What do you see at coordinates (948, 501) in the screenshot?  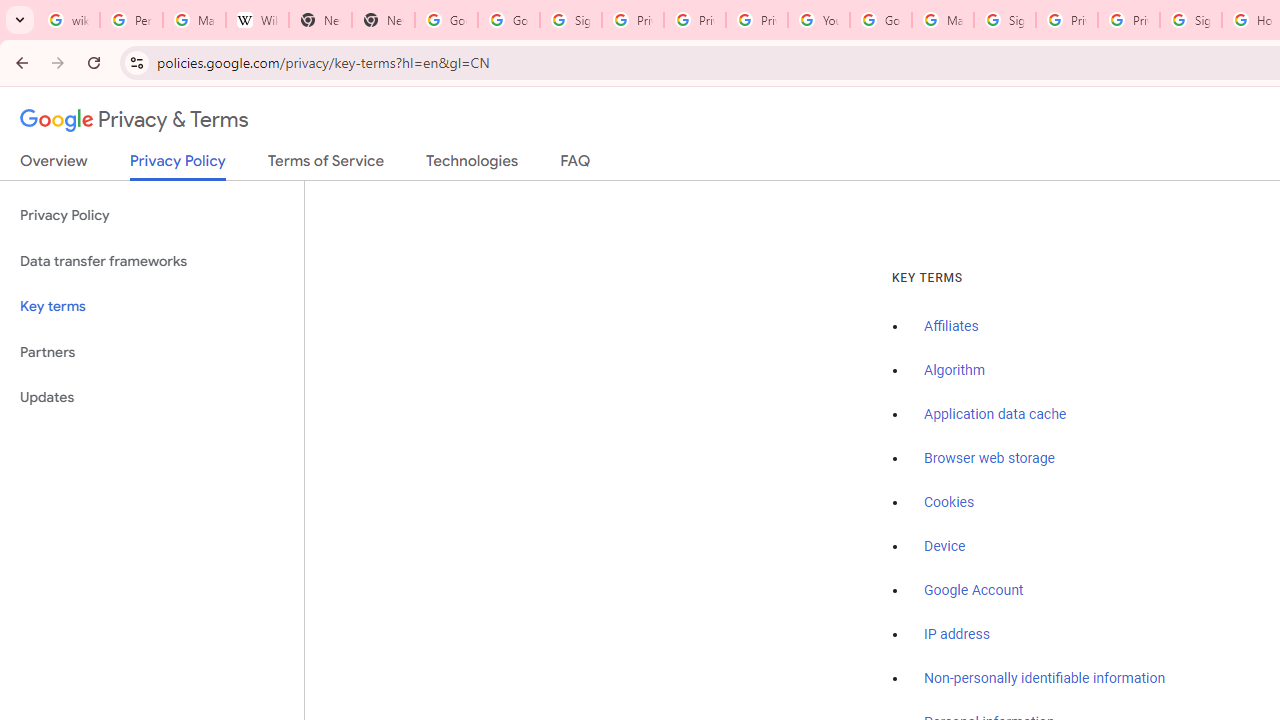 I see `'Cookies'` at bounding box center [948, 501].